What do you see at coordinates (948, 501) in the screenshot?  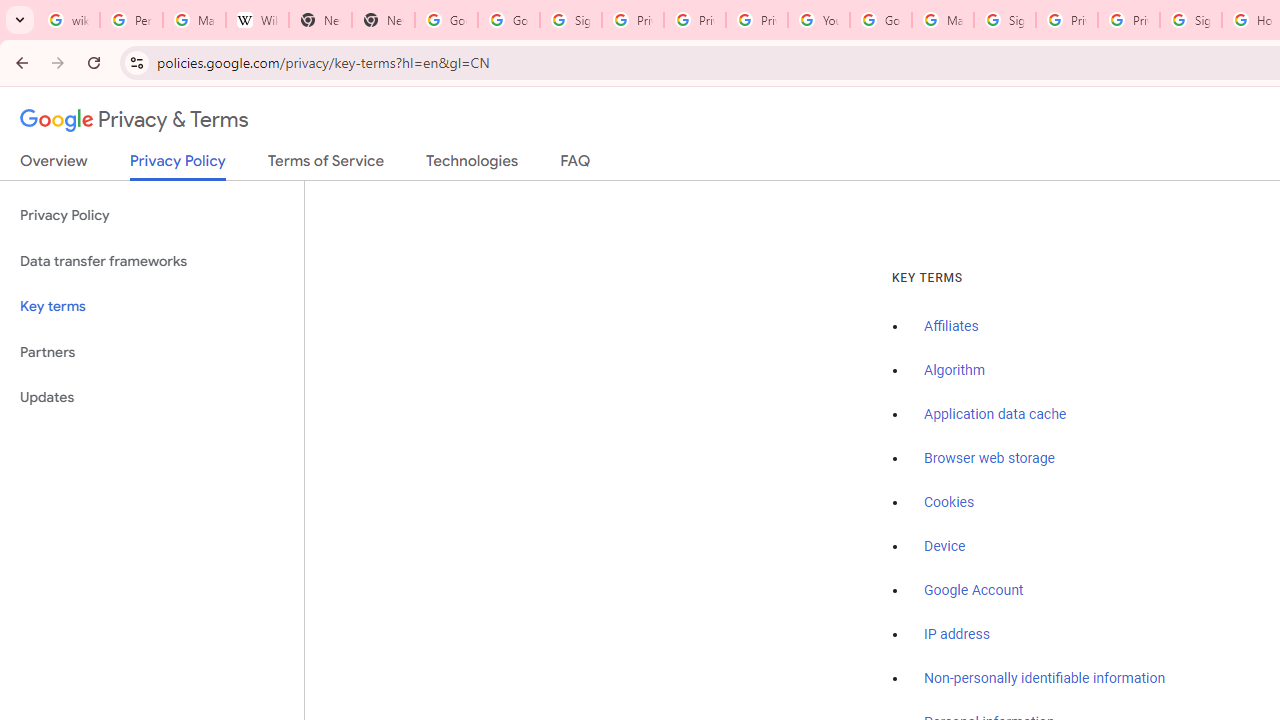 I see `'Cookies'` at bounding box center [948, 501].